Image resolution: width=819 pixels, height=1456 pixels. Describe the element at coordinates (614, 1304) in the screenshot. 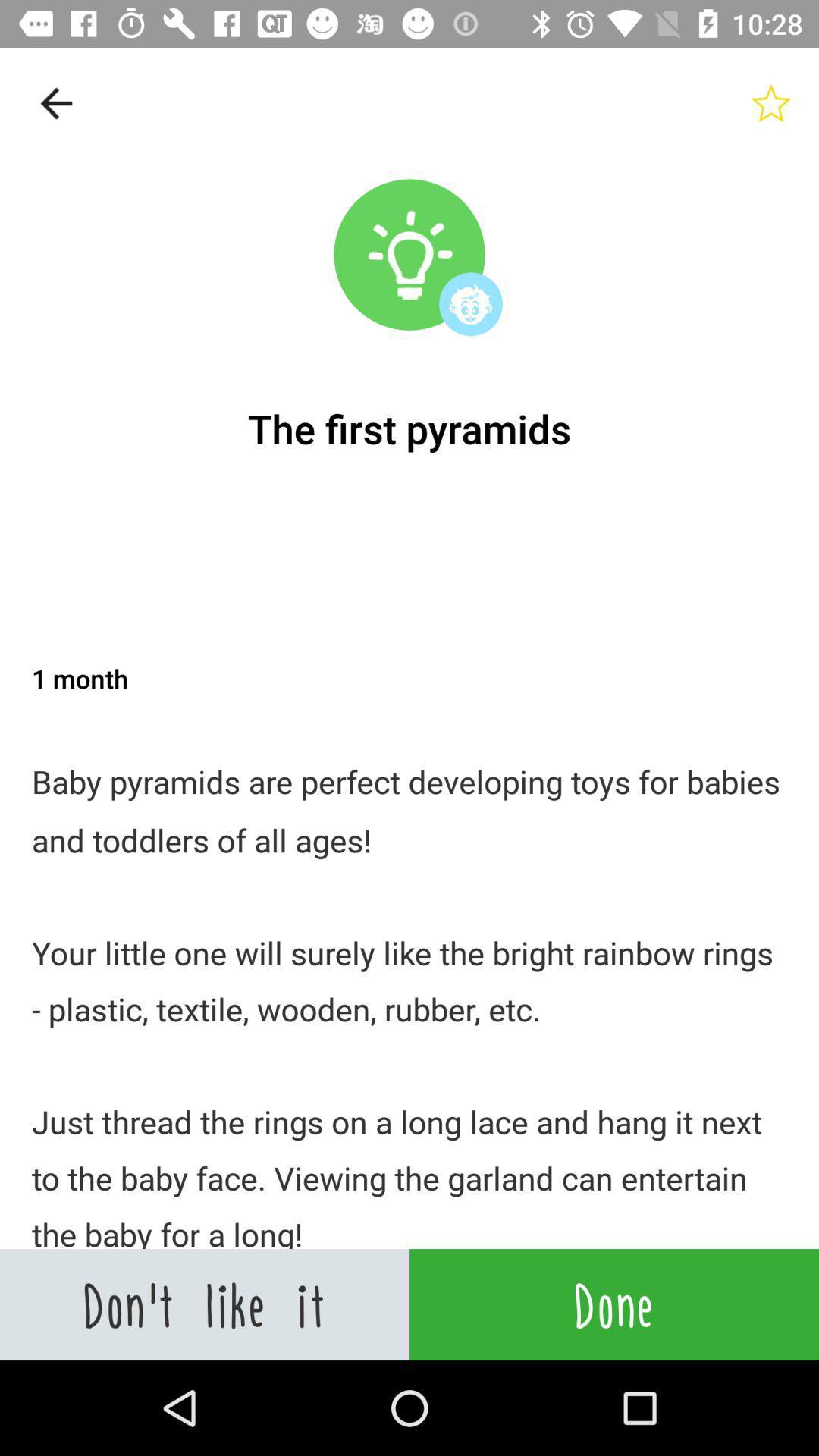

I see `icon to the right of the don t like` at that location.